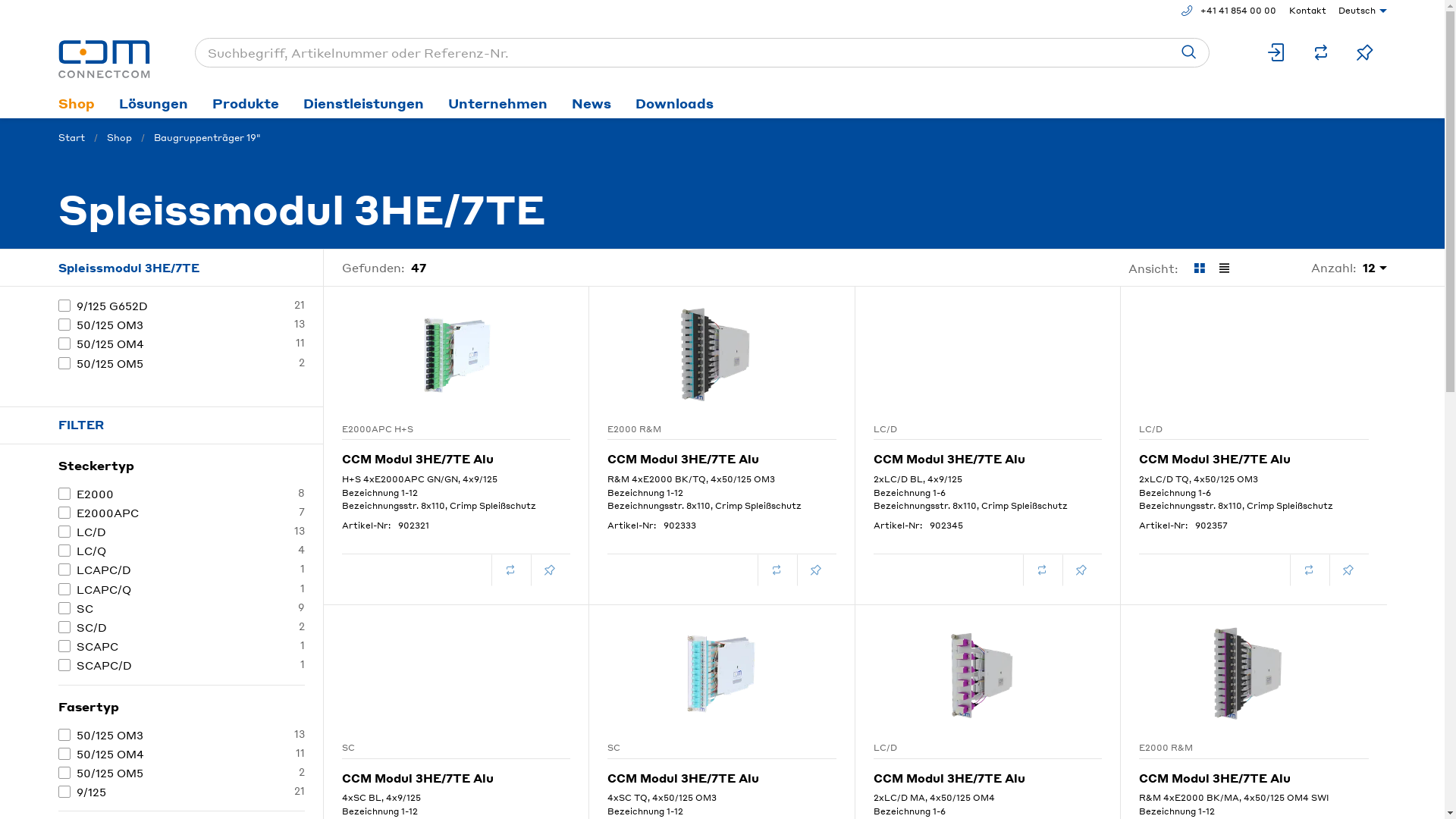  I want to click on 'Listenansicht', so click(1224, 268).